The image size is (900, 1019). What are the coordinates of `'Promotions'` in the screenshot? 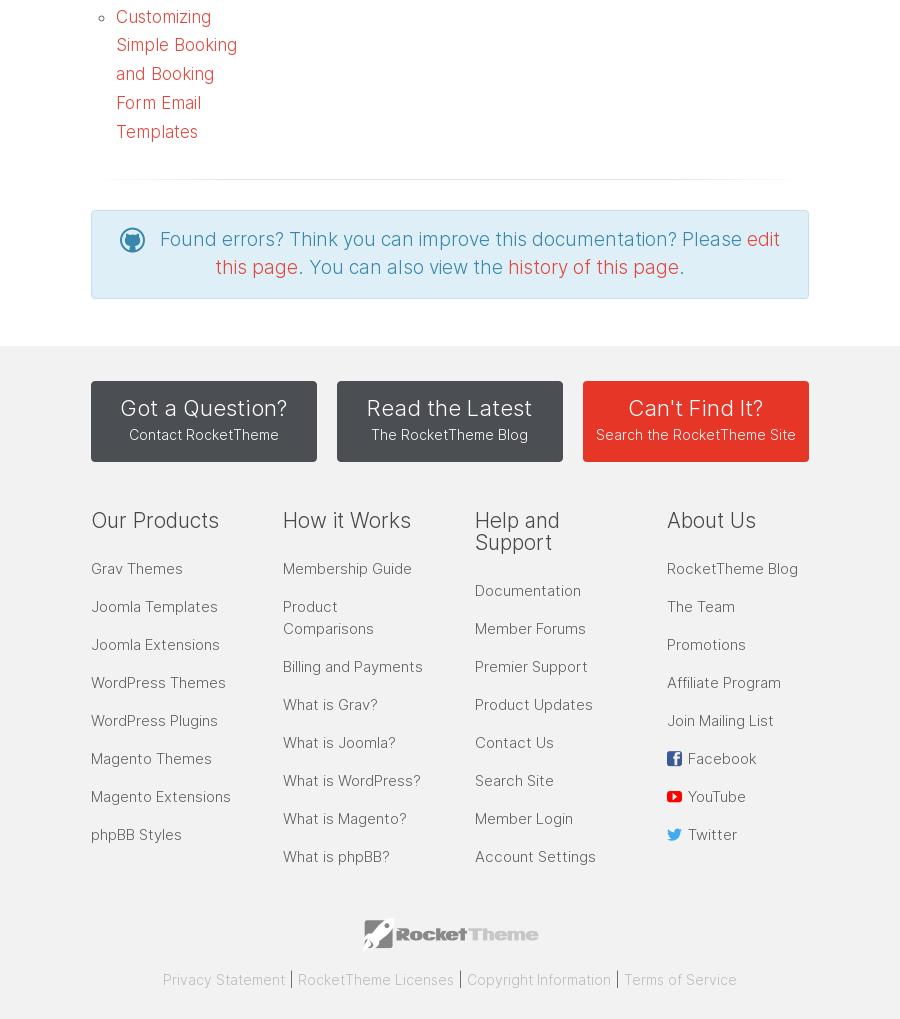 It's located at (705, 644).